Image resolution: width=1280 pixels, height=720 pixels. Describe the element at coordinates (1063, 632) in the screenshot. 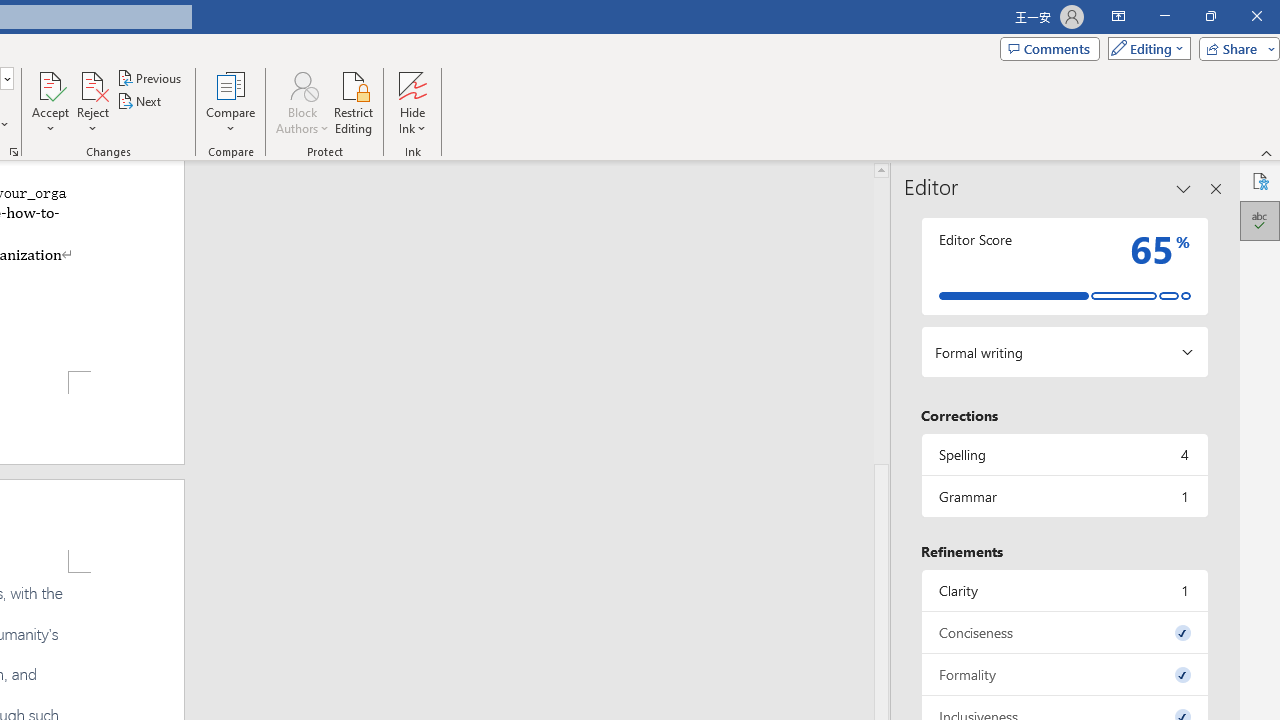

I see `'Conciseness, 0 issues. Press space or enter to review items.'` at that location.